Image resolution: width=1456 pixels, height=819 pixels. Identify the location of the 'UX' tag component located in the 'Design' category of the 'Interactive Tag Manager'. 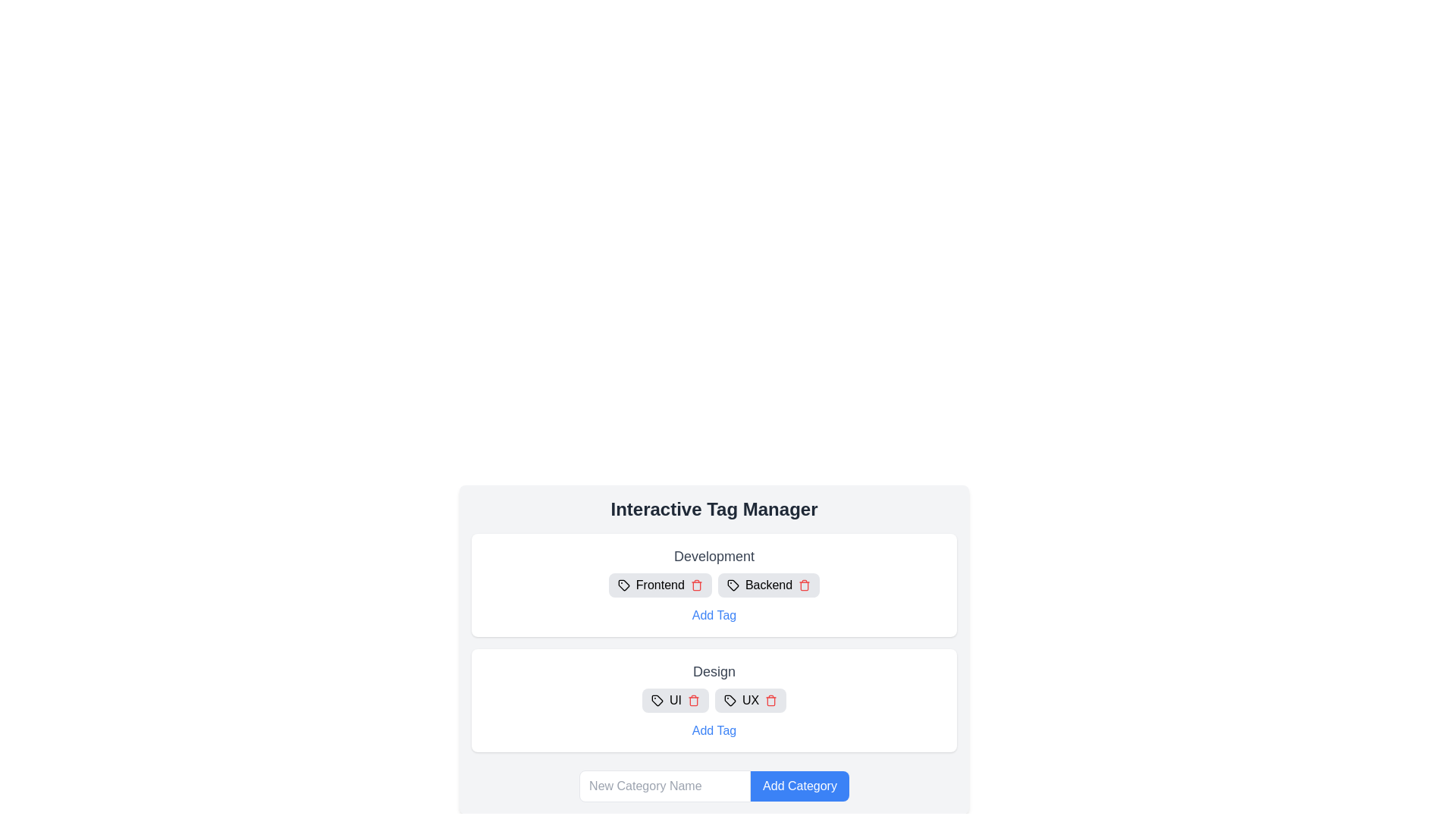
(750, 701).